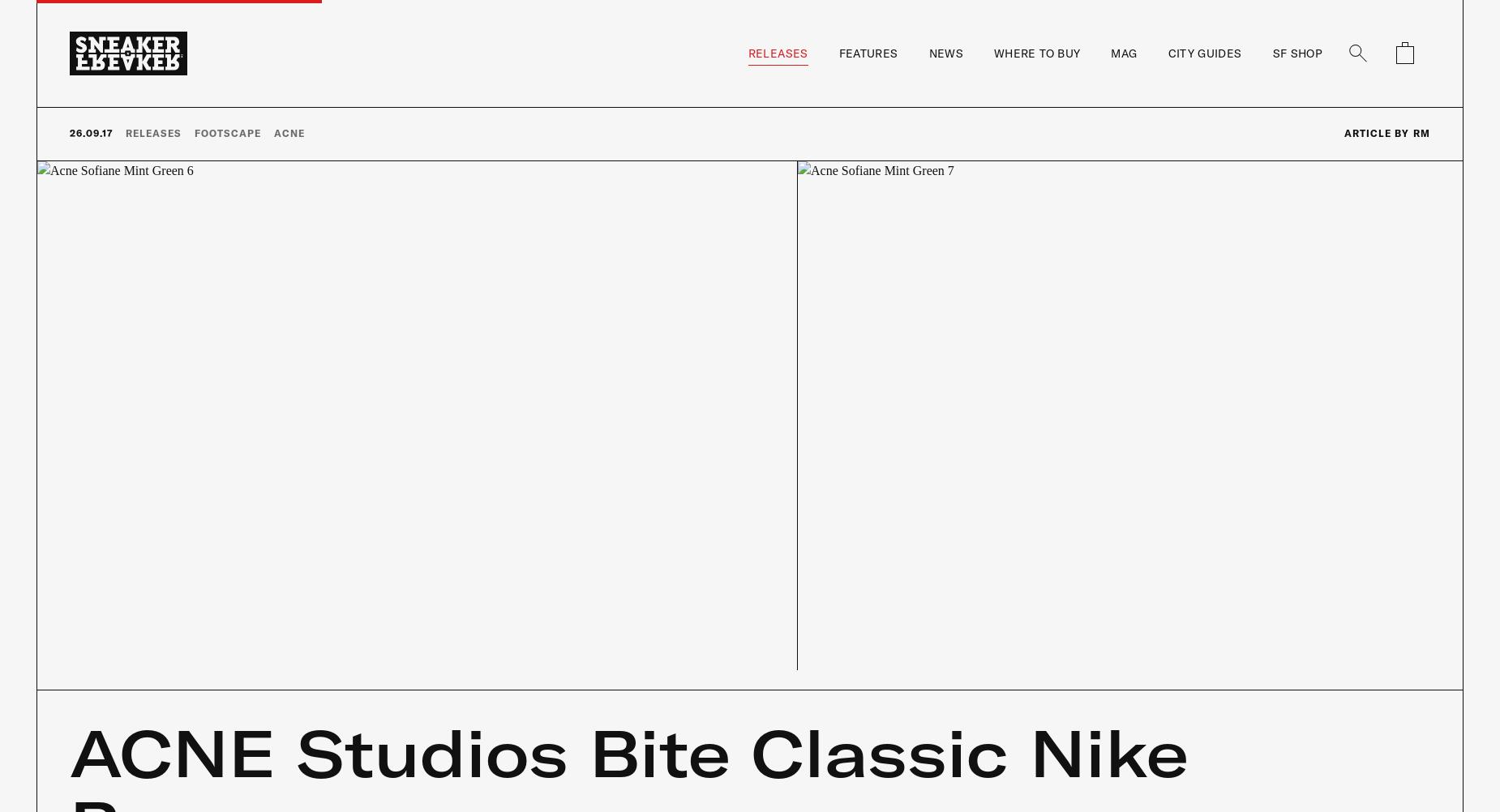 Image resolution: width=1500 pixels, height=812 pixels. Describe the element at coordinates (226, 131) in the screenshot. I see `'Footscape'` at that location.